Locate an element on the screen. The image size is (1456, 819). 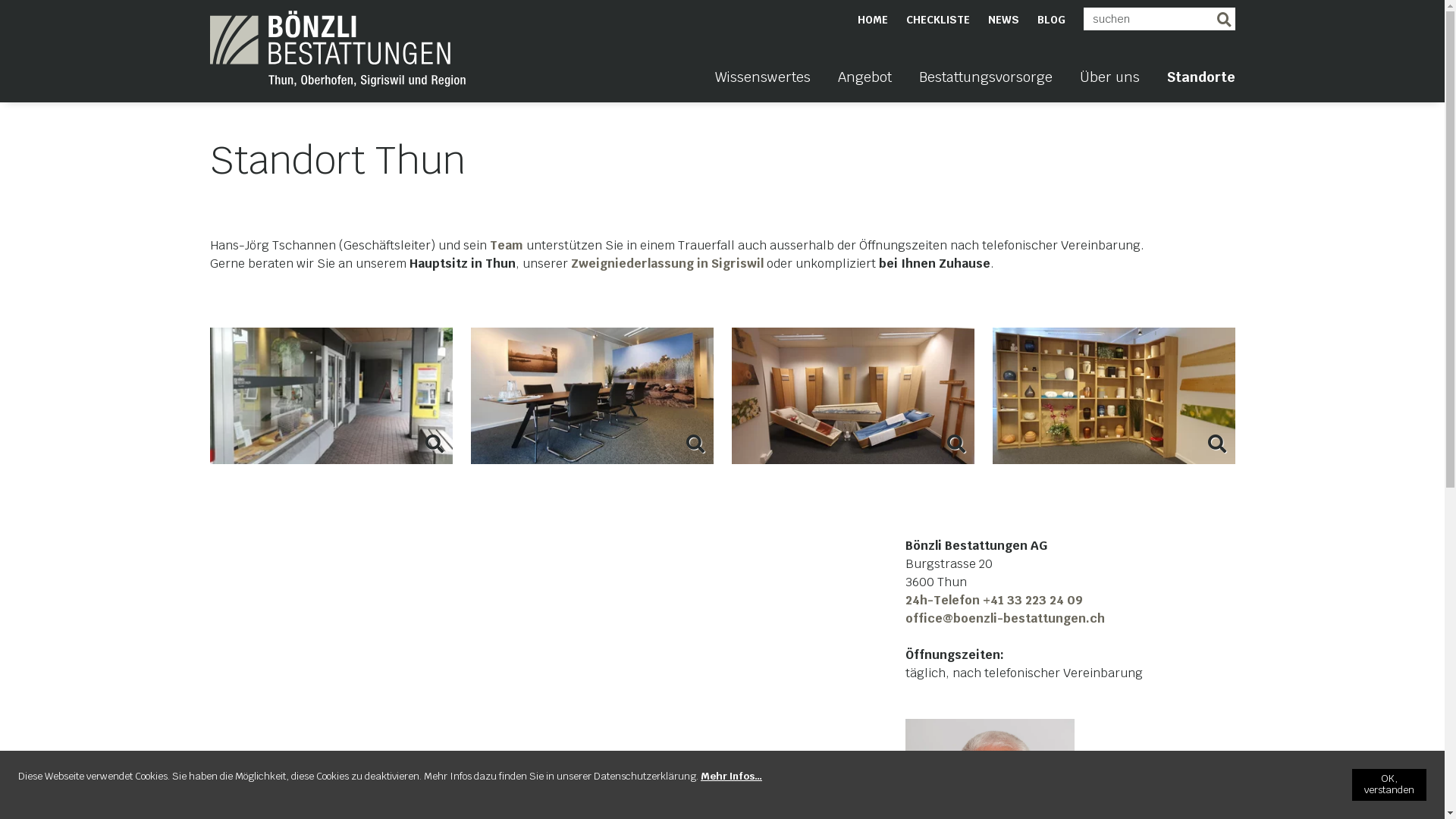
'office@boenzli-bestattungen.ch' is located at coordinates (905, 618).